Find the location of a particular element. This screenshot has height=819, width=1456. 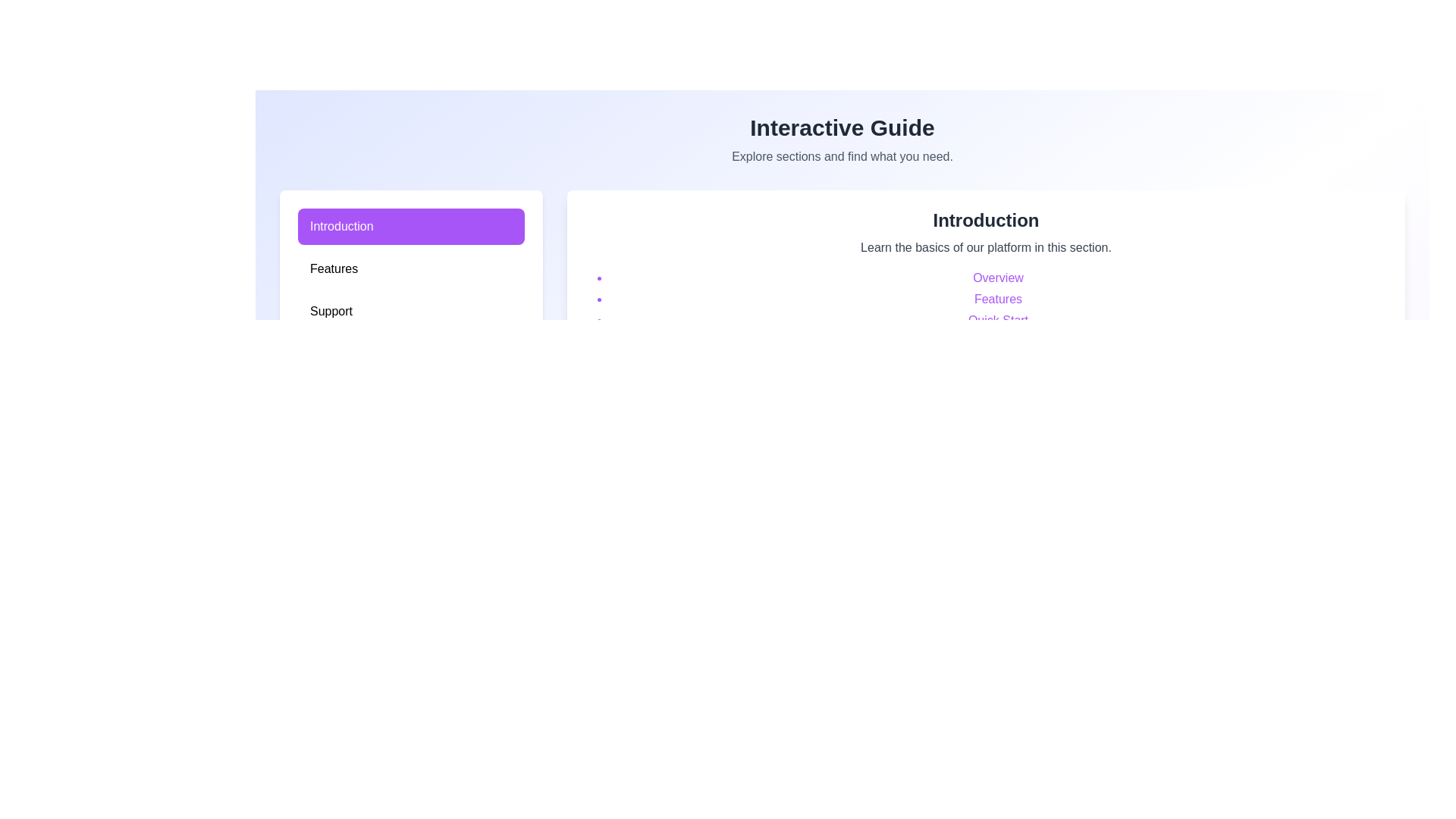

the 'Support' button, which is the last button in a vertical stack with a white background that changes to light purple on hover is located at coordinates (411, 311).